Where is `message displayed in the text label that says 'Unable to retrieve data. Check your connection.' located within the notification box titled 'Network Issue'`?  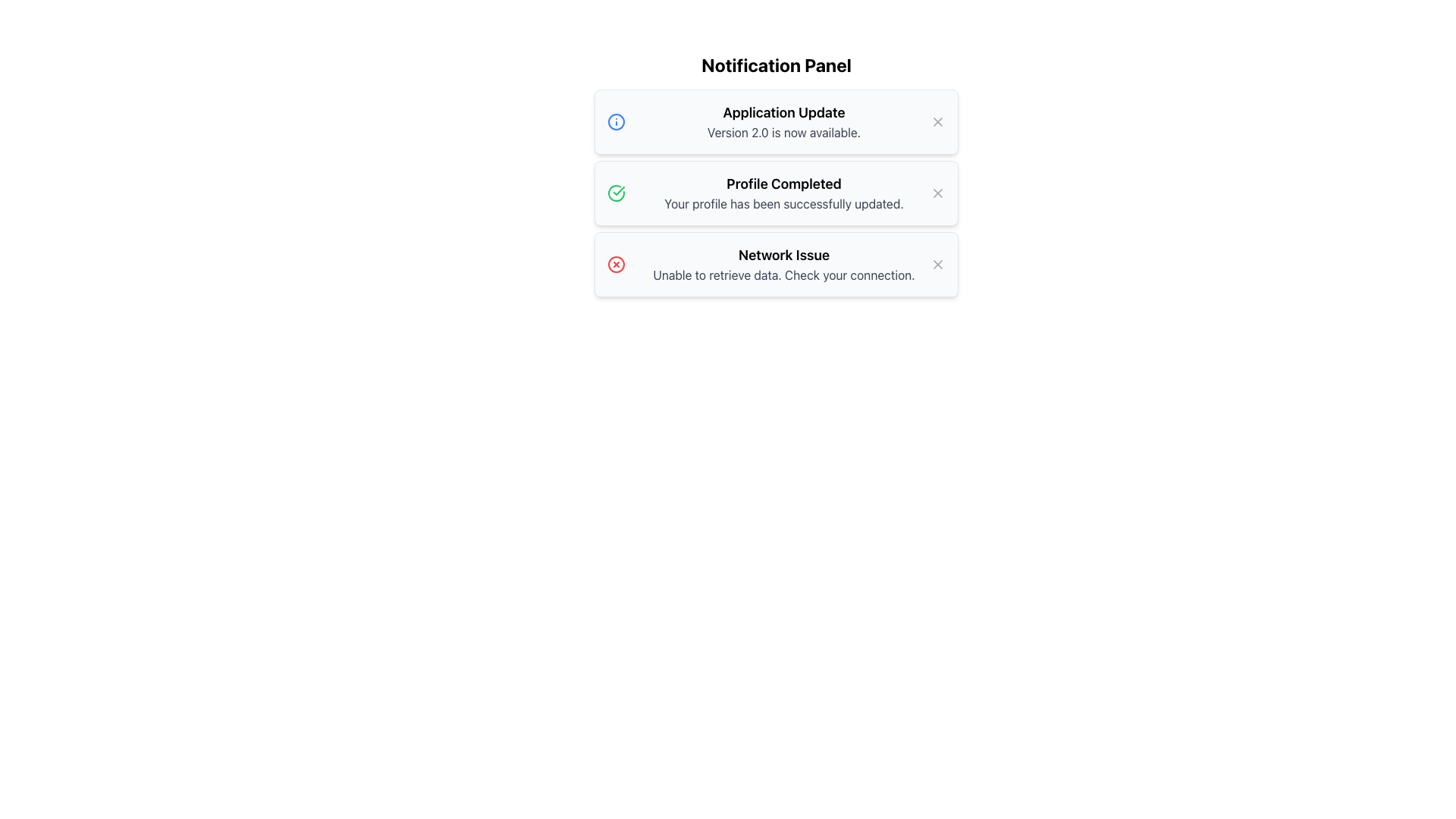
message displayed in the text label that says 'Unable to retrieve data. Check your connection.' located within the notification box titled 'Network Issue' is located at coordinates (783, 275).